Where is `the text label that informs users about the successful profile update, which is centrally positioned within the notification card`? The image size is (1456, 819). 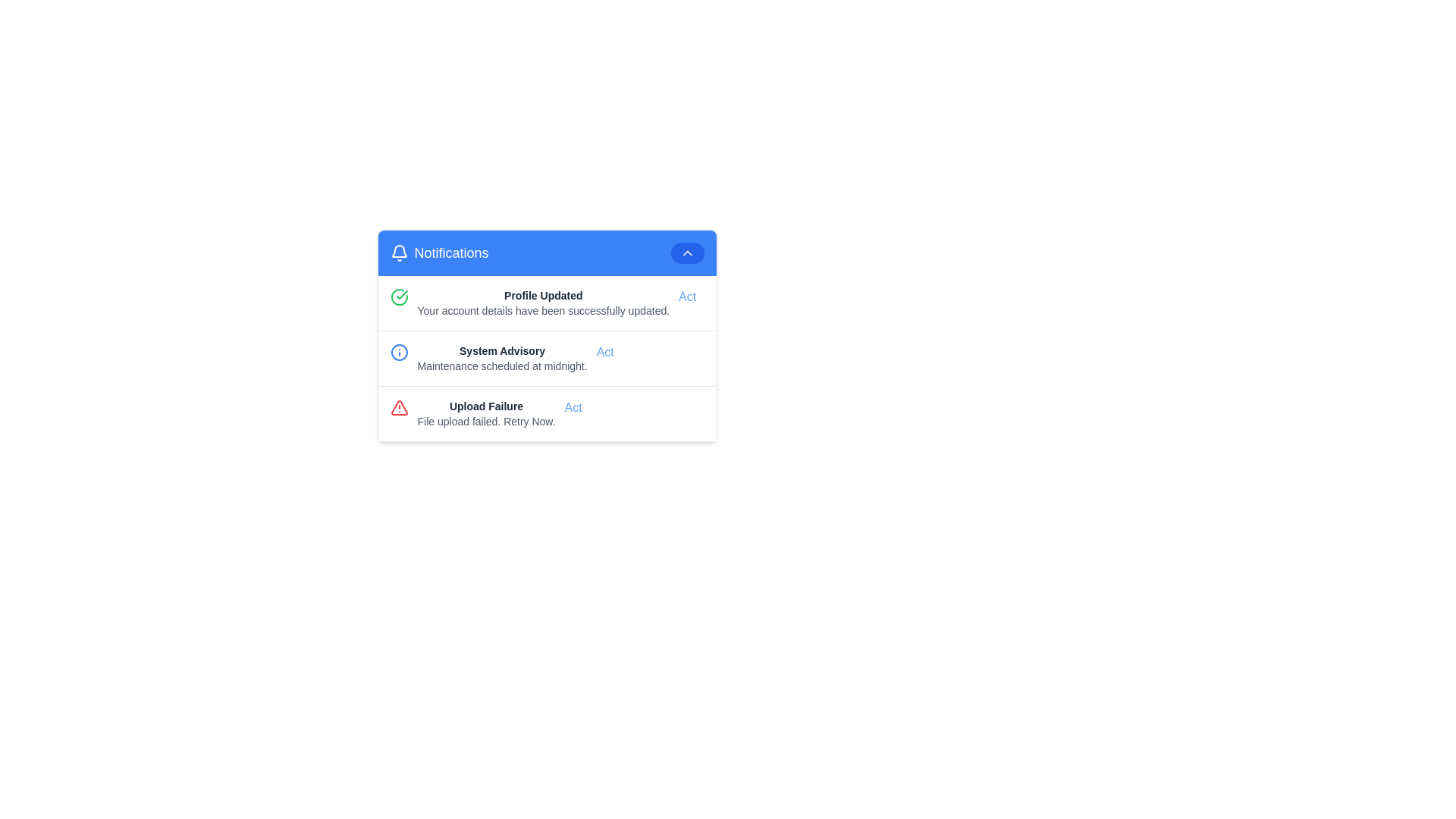 the text label that informs users about the successful profile update, which is centrally positioned within the notification card is located at coordinates (543, 295).